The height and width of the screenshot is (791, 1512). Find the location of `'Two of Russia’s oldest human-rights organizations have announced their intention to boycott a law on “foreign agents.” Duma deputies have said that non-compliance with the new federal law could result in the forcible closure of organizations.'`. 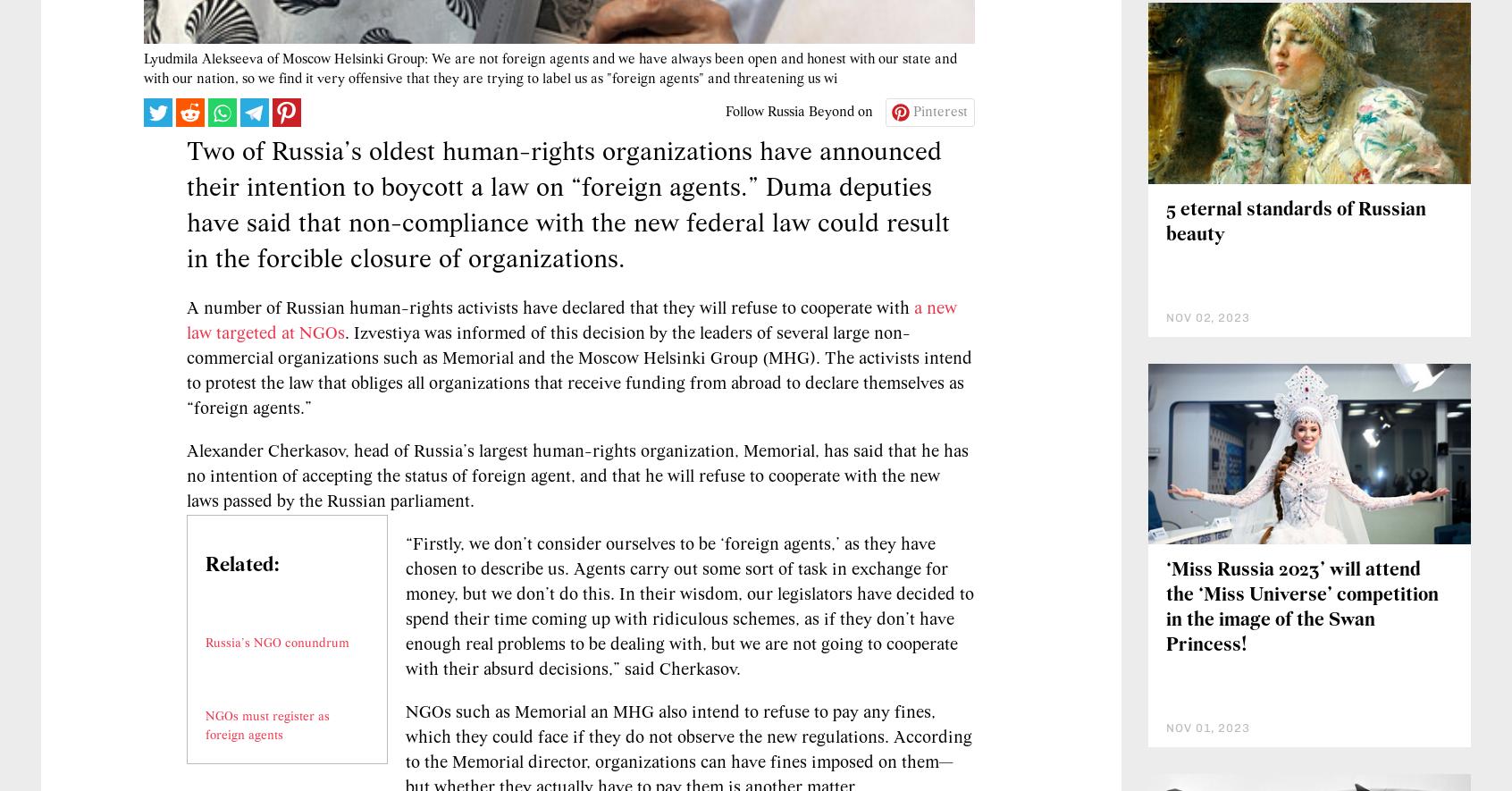

'Two of Russia’s oldest human-rights organizations have announced their intention to boycott a law on “foreign agents.” Duma deputies have said that non-compliance with the new federal law could result in the forcible closure of organizations.' is located at coordinates (185, 314).